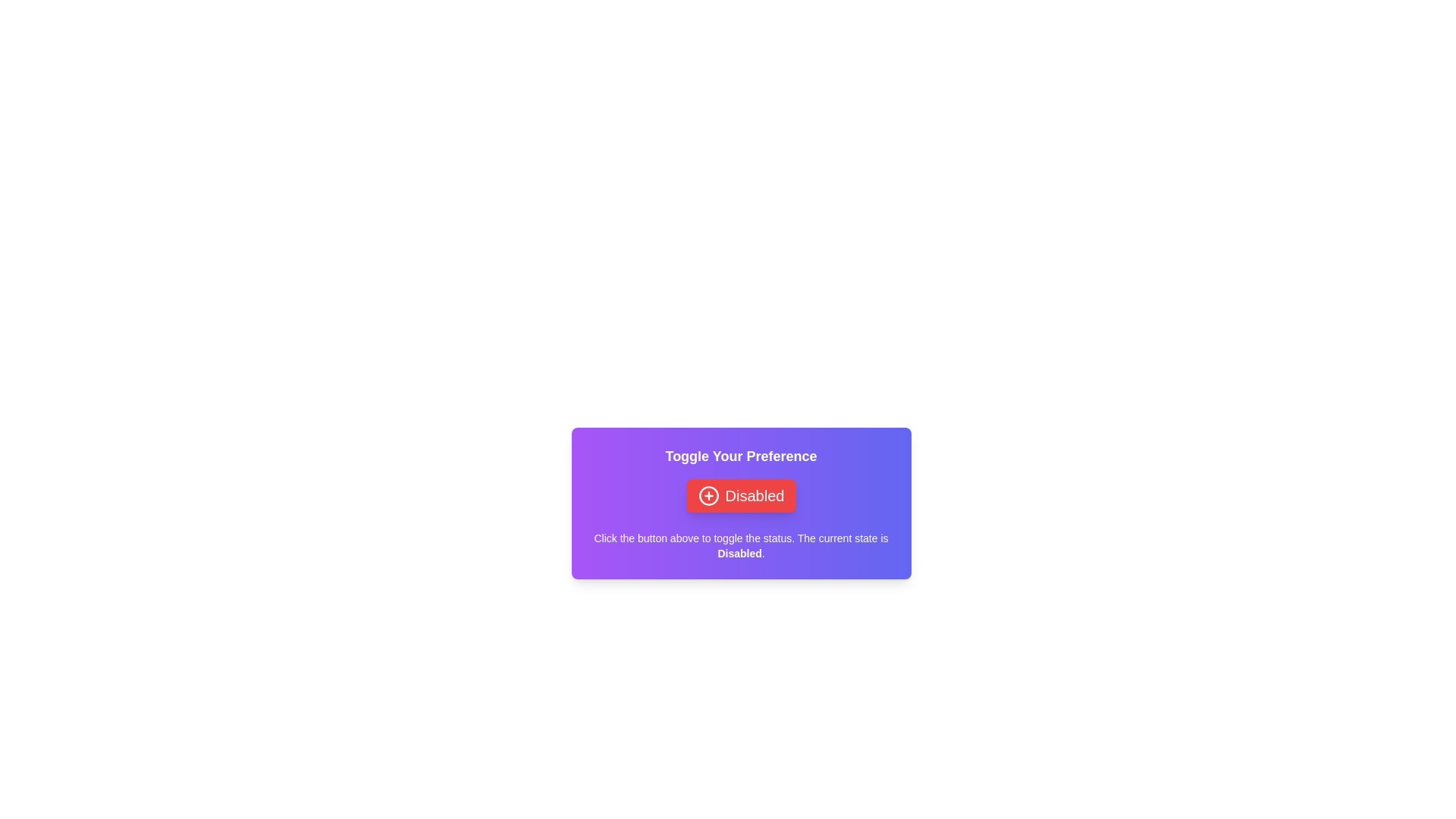 This screenshot has height=819, width=1456. What do you see at coordinates (741, 496) in the screenshot?
I see `the button labeled 'Disabled' to toggle its state` at bounding box center [741, 496].